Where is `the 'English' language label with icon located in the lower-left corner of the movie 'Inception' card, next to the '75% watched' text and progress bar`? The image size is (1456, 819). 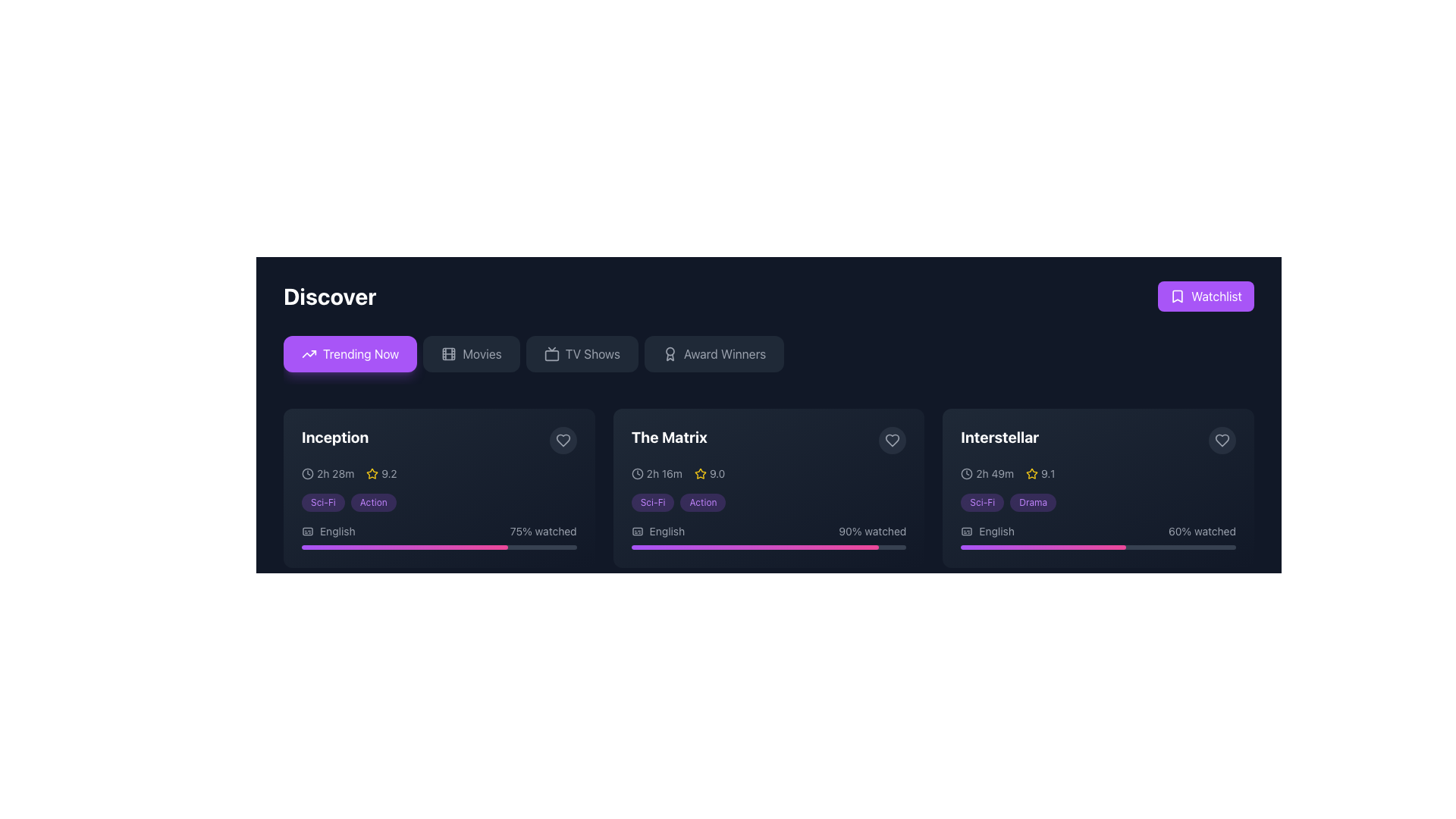
the 'English' language label with icon located in the lower-left corner of the movie 'Inception' card, next to the '75% watched' text and progress bar is located at coordinates (328, 531).